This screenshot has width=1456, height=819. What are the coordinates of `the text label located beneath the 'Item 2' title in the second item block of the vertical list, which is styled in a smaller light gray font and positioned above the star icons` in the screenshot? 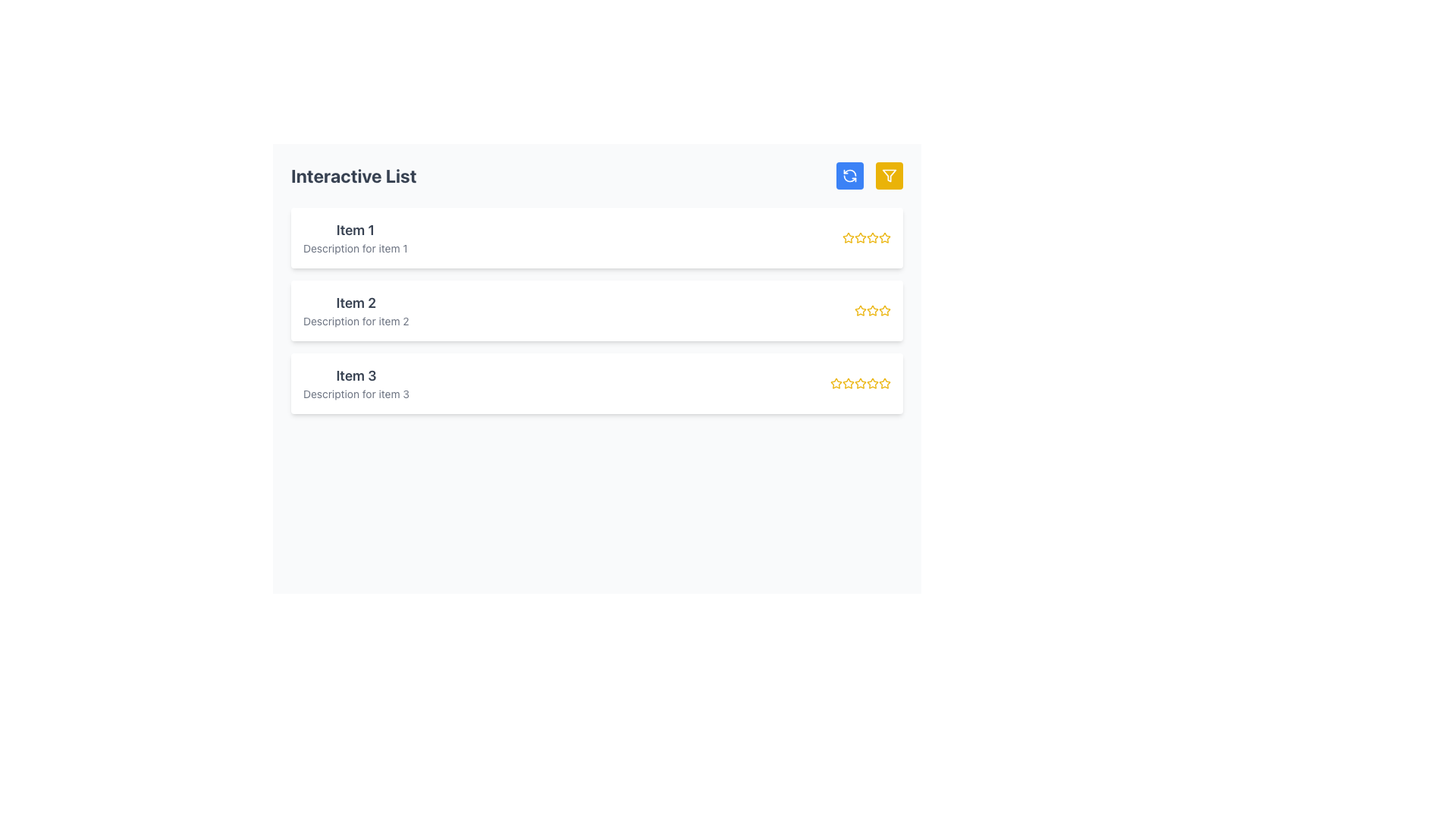 It's located at (355, 321).